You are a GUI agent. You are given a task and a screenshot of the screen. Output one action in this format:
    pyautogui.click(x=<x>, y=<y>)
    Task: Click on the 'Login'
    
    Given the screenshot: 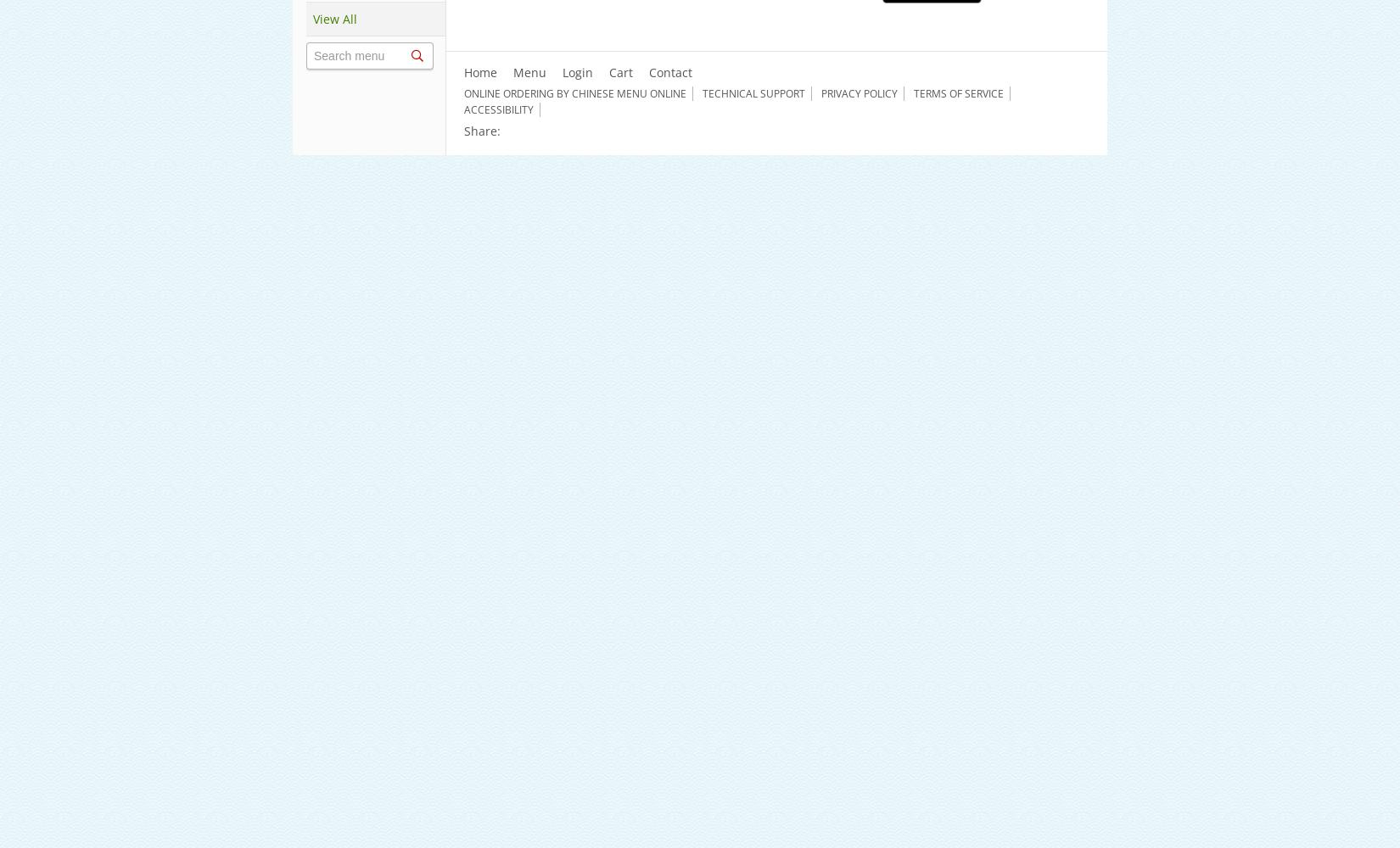 What is the action you would take?
    pyautogui.click(x=575, y=71)
    